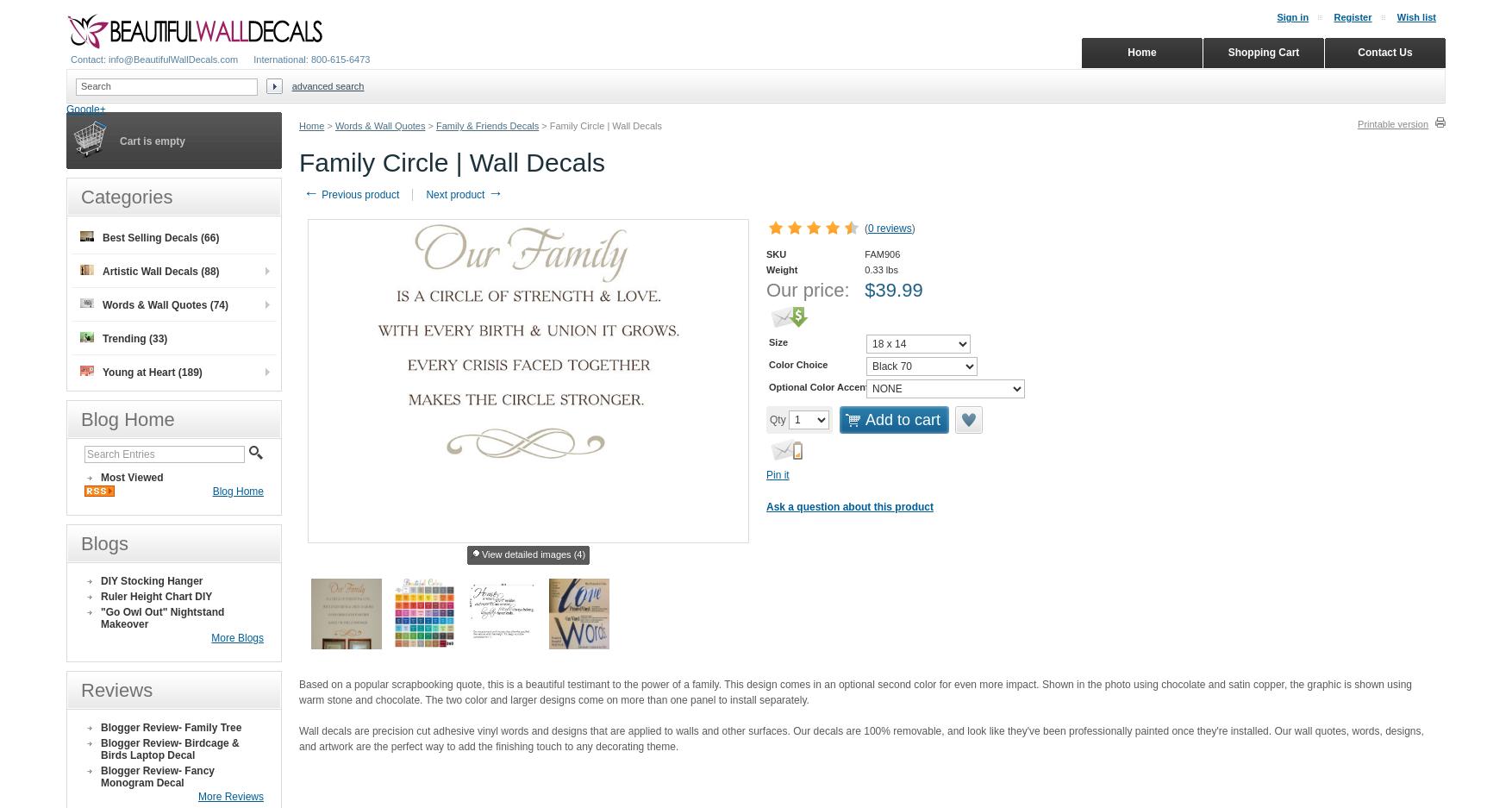 The width and height of the screenshot is (1512, 808). What do you see at coordinates (778, 474) in the screenshot?
I see `'Pin it'` at bounding box center [778, 474].